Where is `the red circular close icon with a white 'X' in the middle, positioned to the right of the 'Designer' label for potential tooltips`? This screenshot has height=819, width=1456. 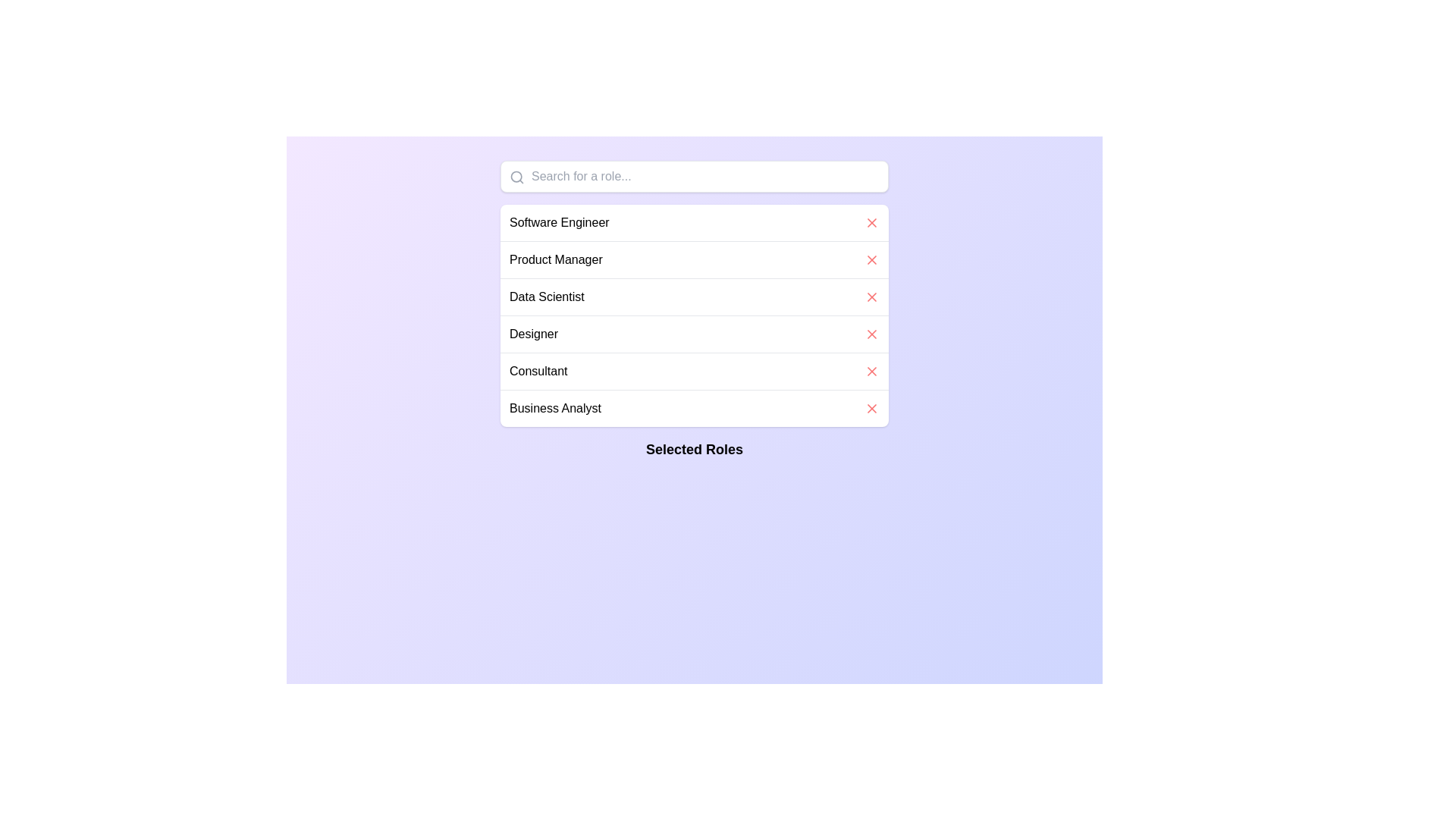 the red circular close icon with a white 'X' in the middle, positioned to the right of the 'Designer' label for potential tooltips is located at coordinates (872, 333).